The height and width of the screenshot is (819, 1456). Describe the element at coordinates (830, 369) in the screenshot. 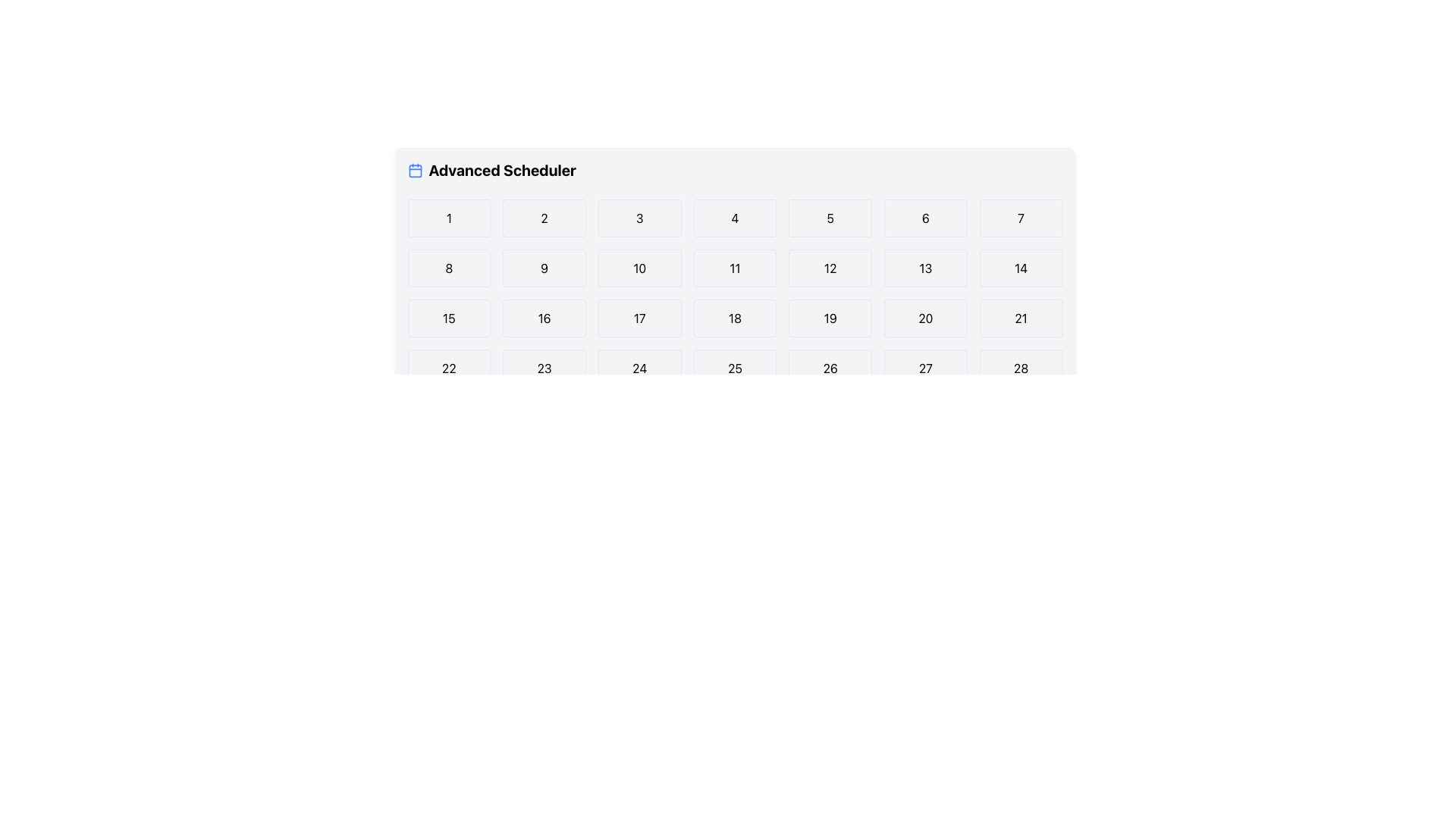

I see `the button displaying the number '26'` at that location.